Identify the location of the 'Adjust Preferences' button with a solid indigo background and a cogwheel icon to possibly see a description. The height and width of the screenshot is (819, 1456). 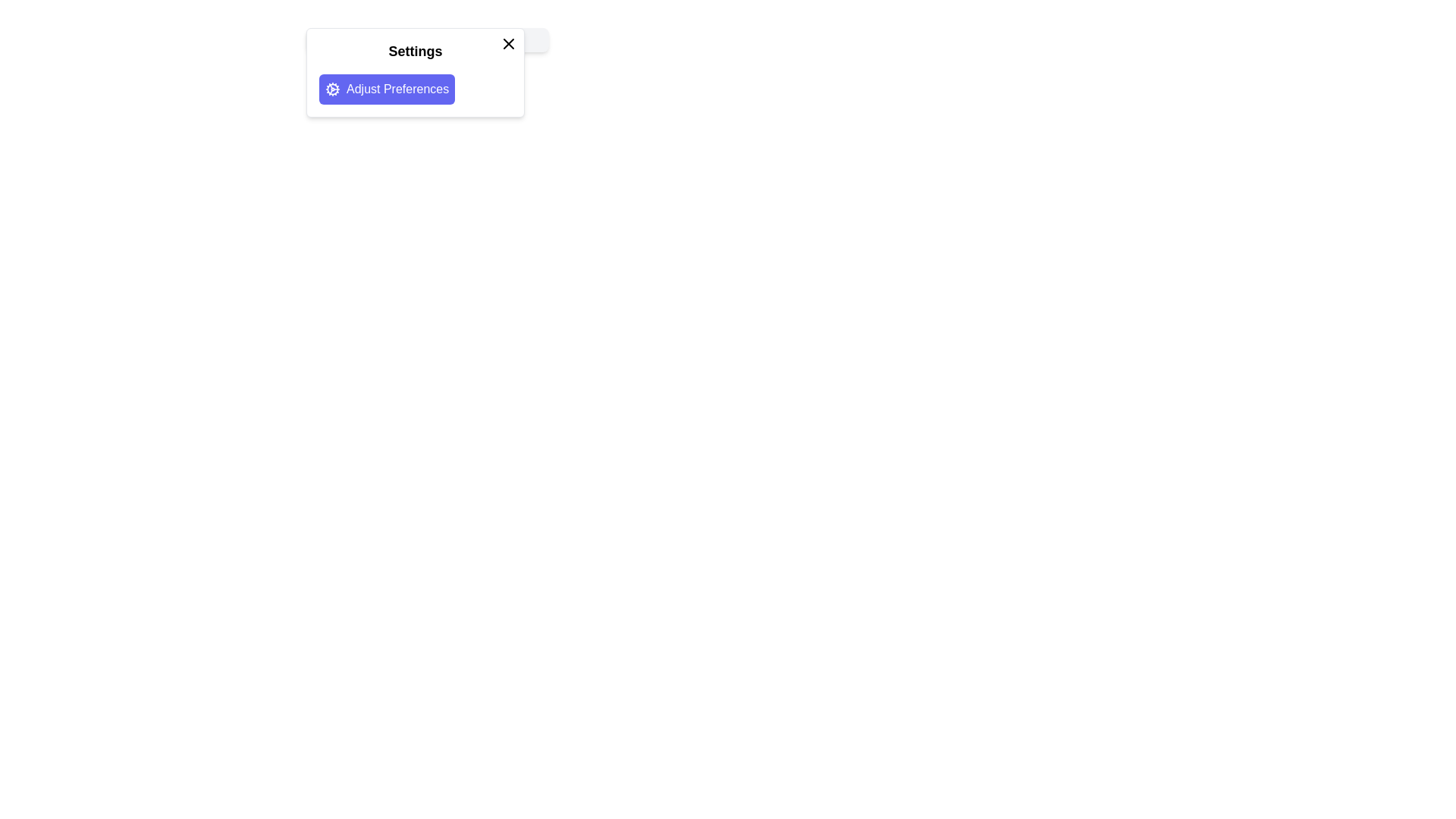
(387, 89).